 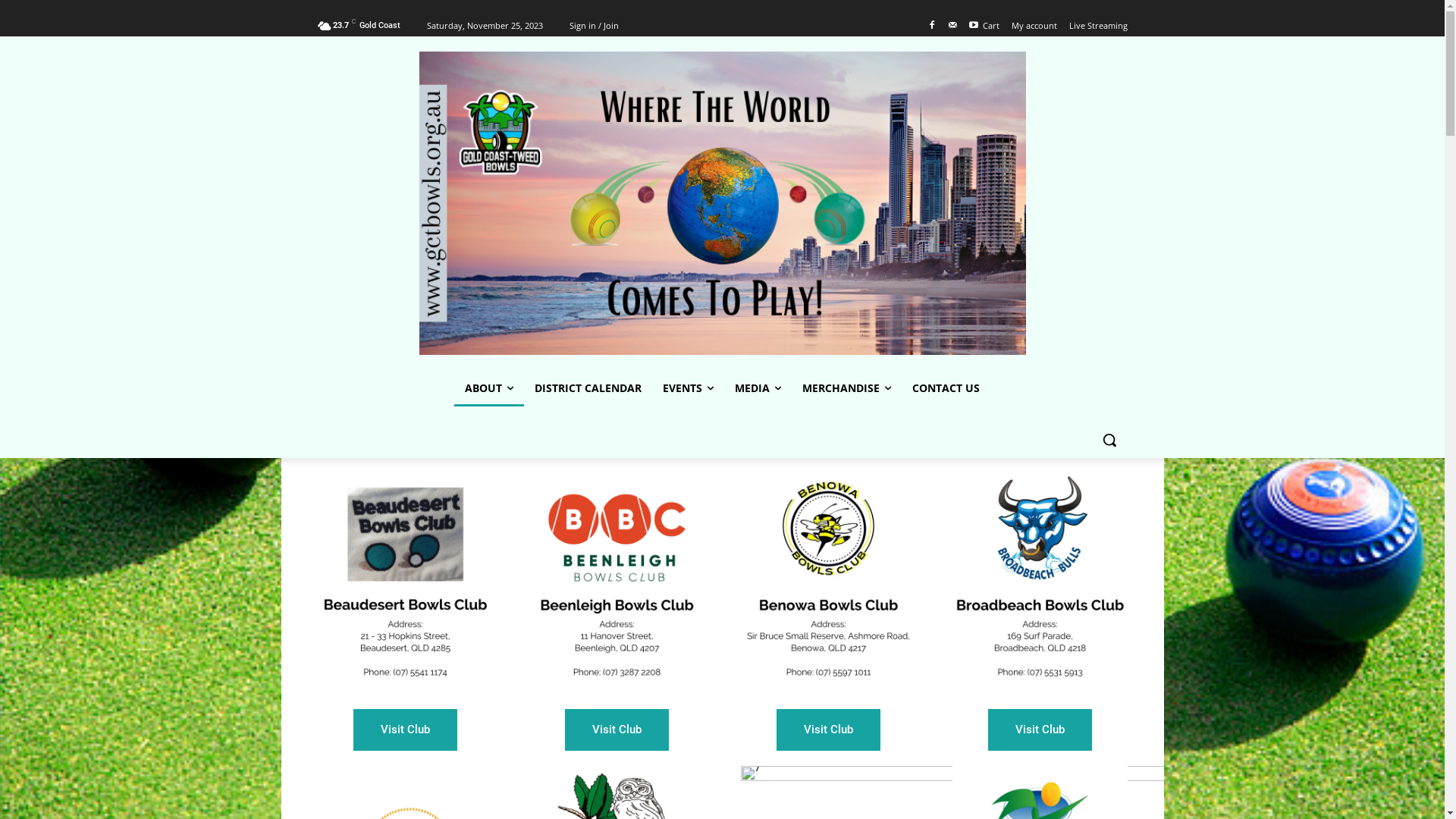 What do you see at coordinates (790, 388) in the screenshot?
I see `'MERCHANDISE'` at bounding box center [790, 388].